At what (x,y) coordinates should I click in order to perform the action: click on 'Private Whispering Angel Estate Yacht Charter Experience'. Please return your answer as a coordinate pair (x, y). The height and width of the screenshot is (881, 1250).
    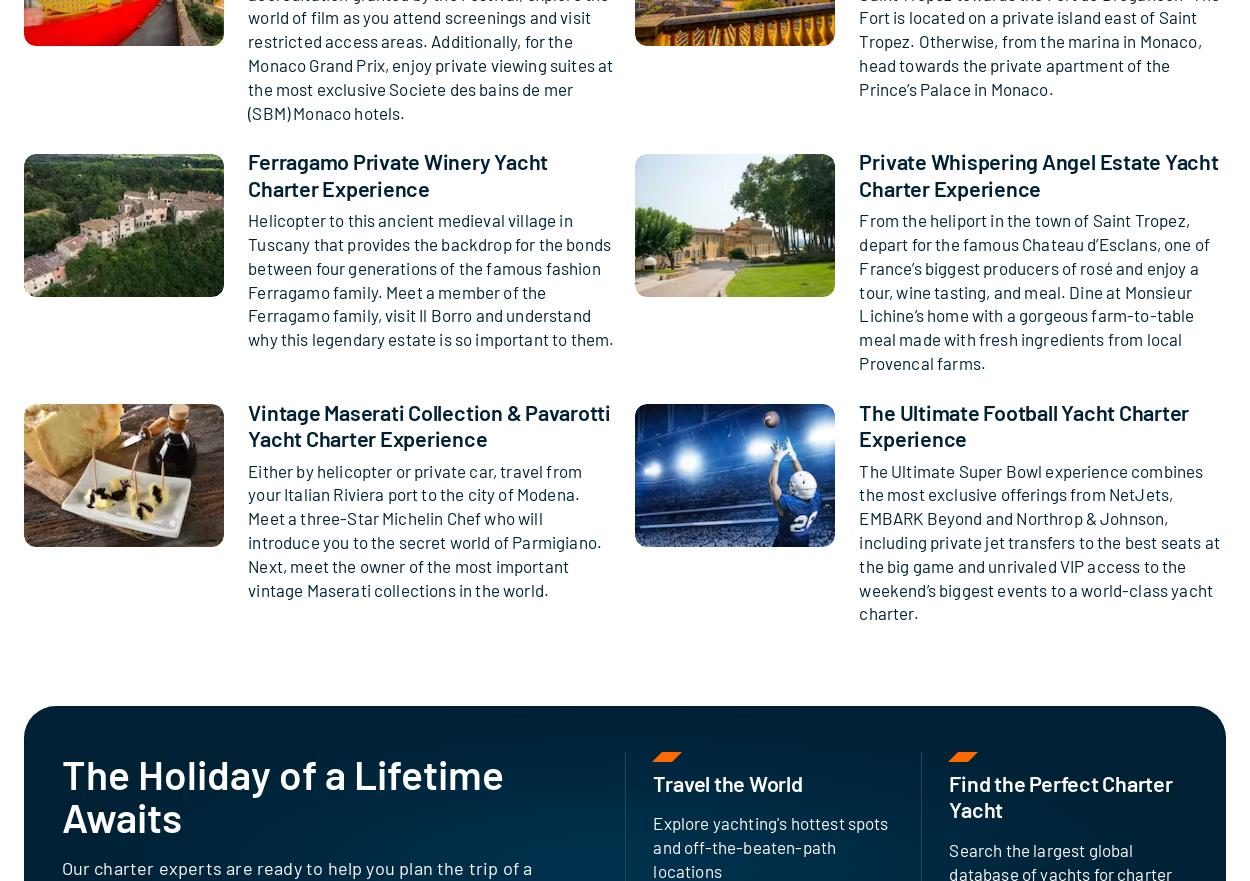
    Looking at the image, I should click on (1038, 173).